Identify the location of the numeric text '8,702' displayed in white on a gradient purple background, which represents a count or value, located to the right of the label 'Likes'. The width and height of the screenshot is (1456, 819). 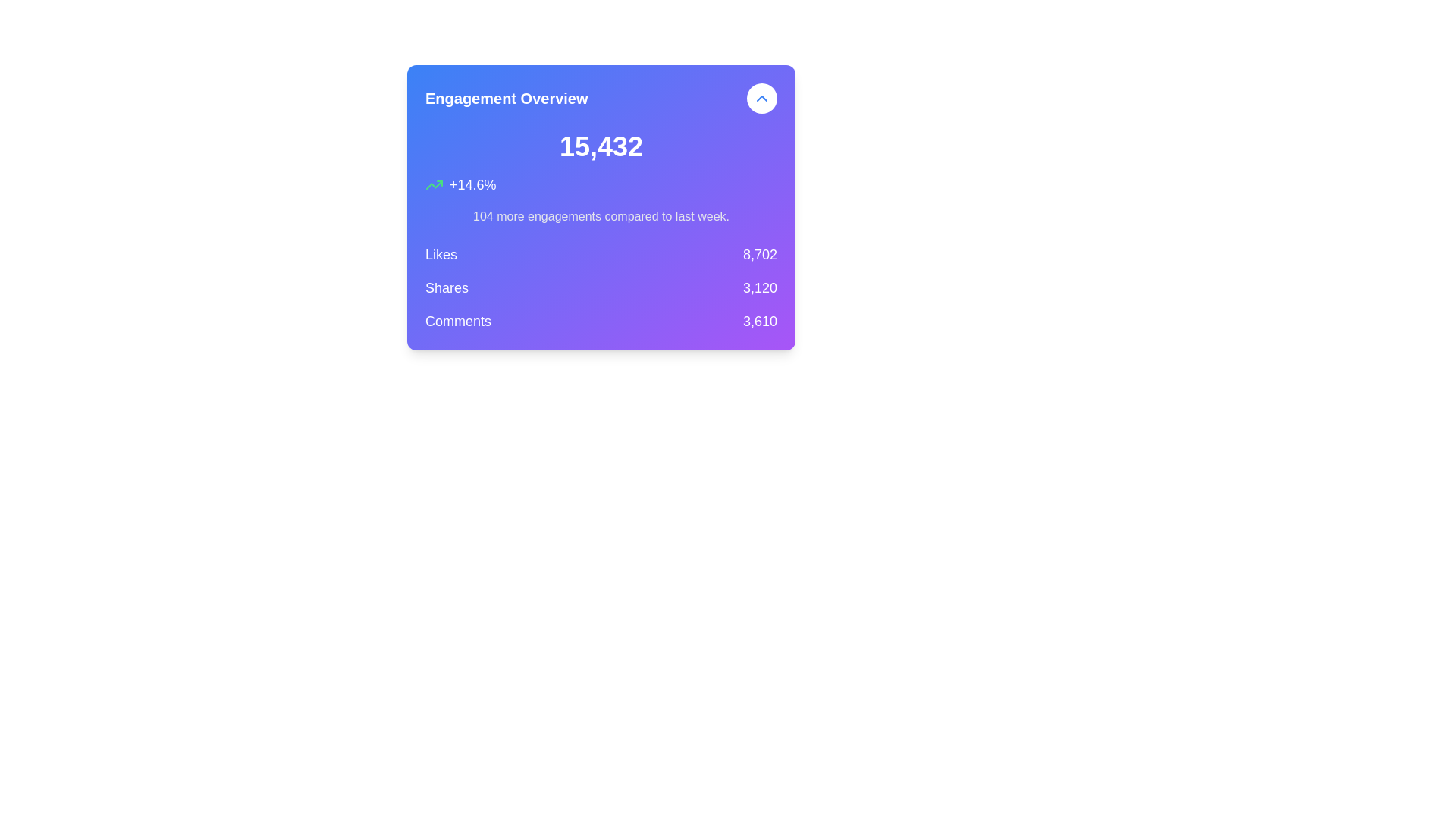
(760, 253).